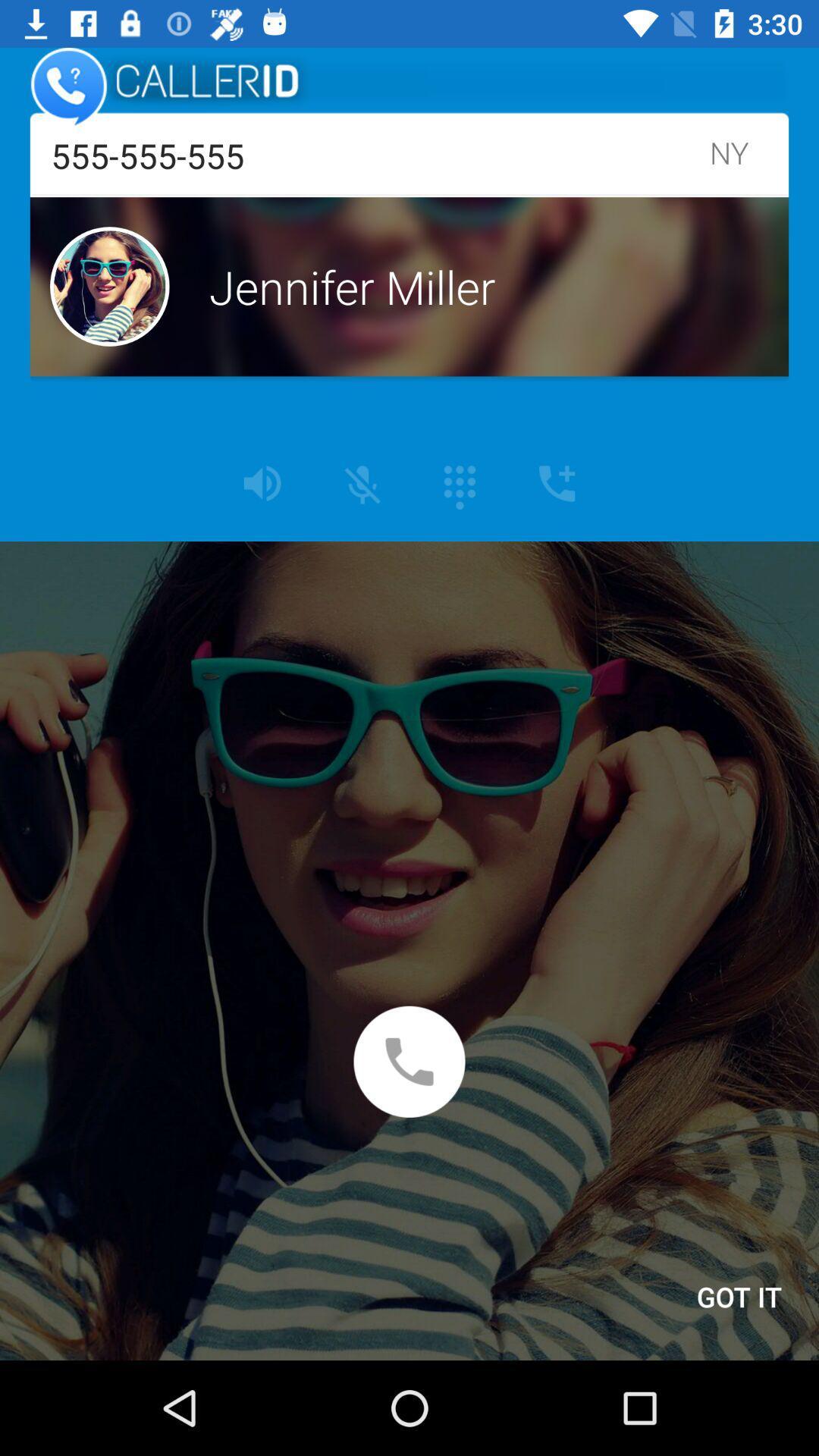  I want to click on the settings icon, so click(459, 488).